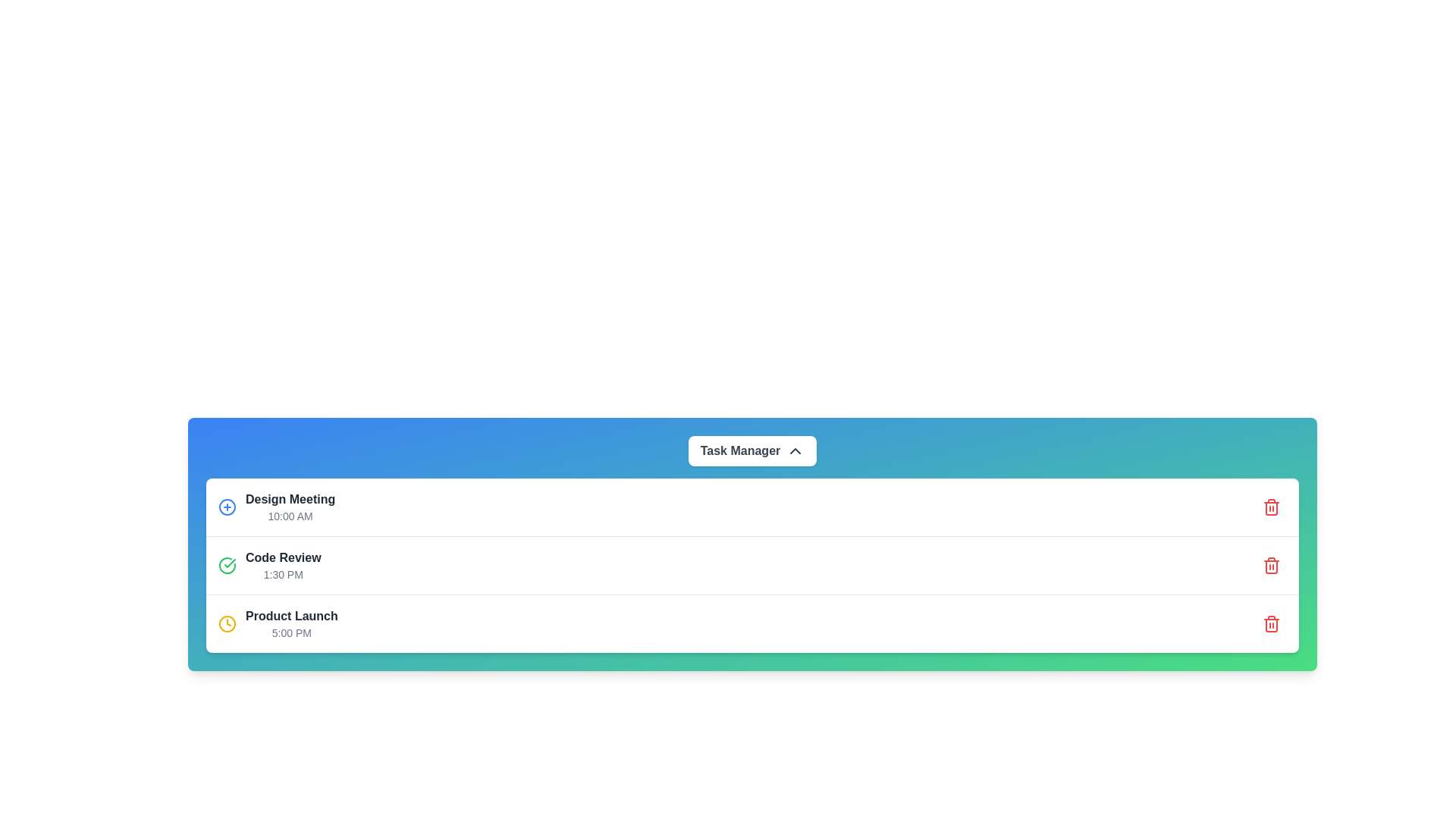 The width and height of the screenshot is (1456, 819). Describe the element at coordinates (1271, 623) in the screenshot. I see `the delete button represented by a red trash can icon located at the far-right of the bottom-most row in the task card` at that location.